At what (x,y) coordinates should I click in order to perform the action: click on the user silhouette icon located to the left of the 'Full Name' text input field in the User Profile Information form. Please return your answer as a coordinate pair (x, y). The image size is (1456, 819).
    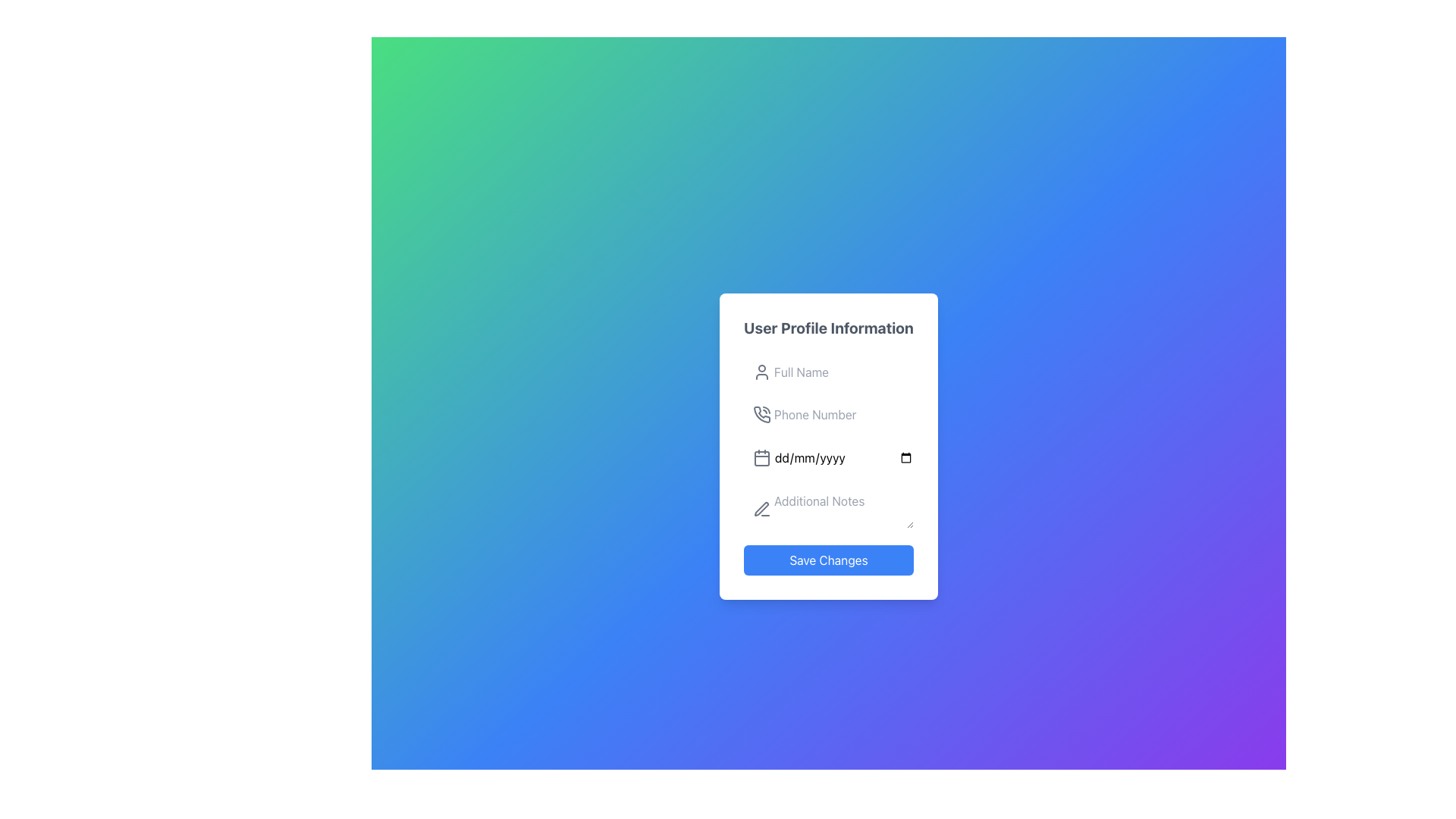
    Looking at the image, I should click on (761, 372).